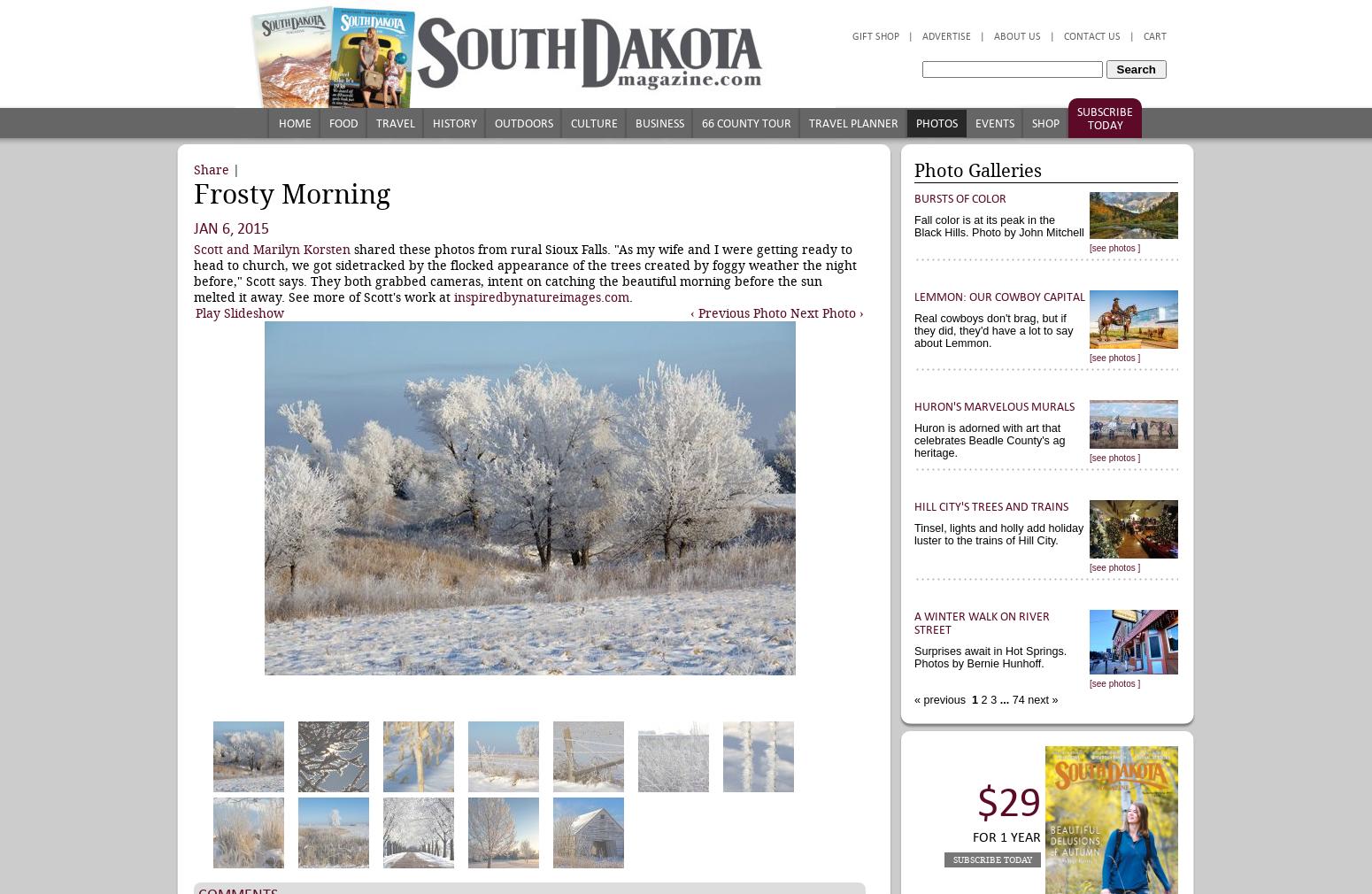 This screenshot has width=1372, height=894. What do you see at coordinates (193, 169) in the screenshot?
I see `'Share'` at bounding box center [193, 169].